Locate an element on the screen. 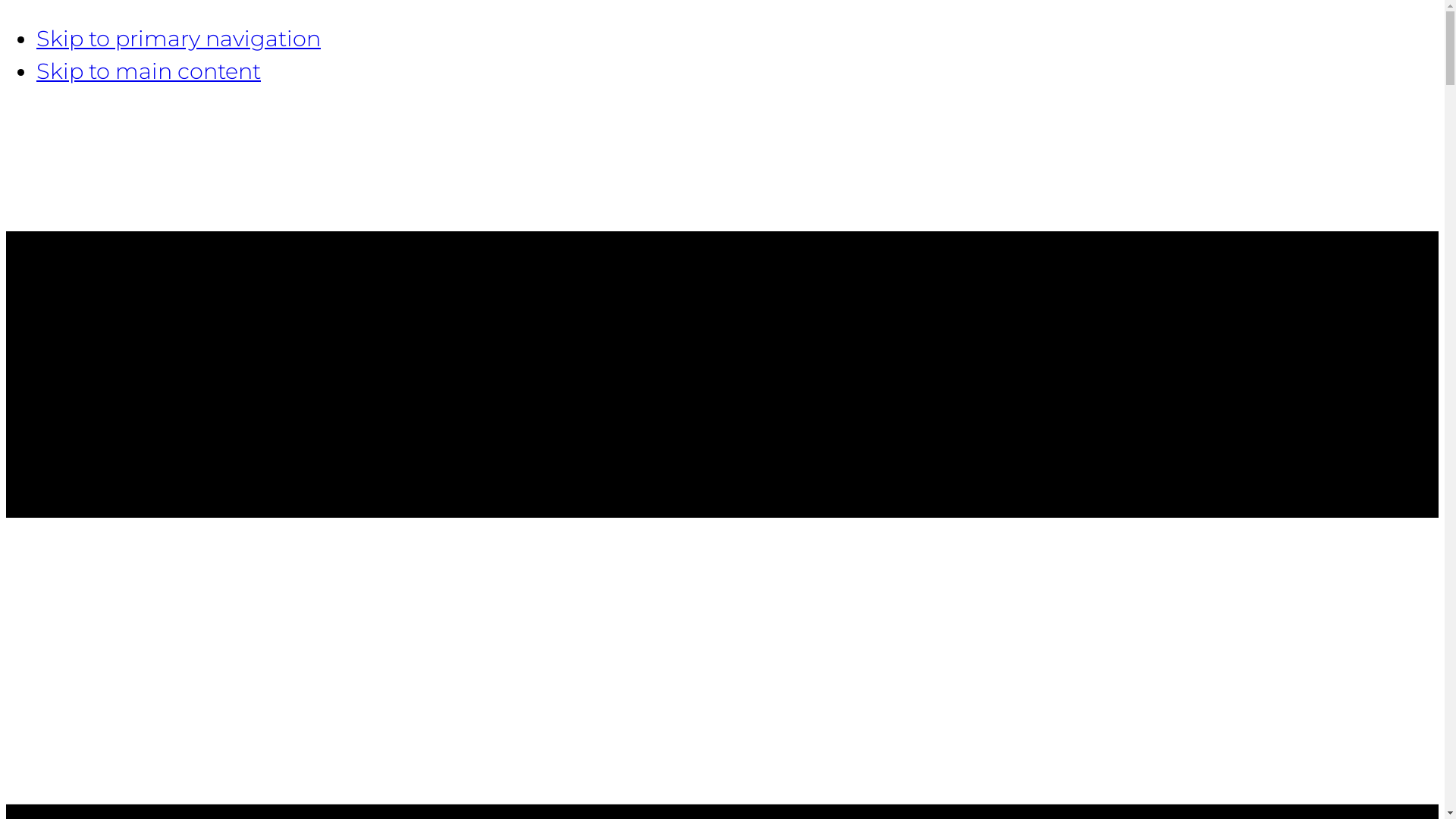  'Skip to primary navigation' is located at coordinates (178, 37).